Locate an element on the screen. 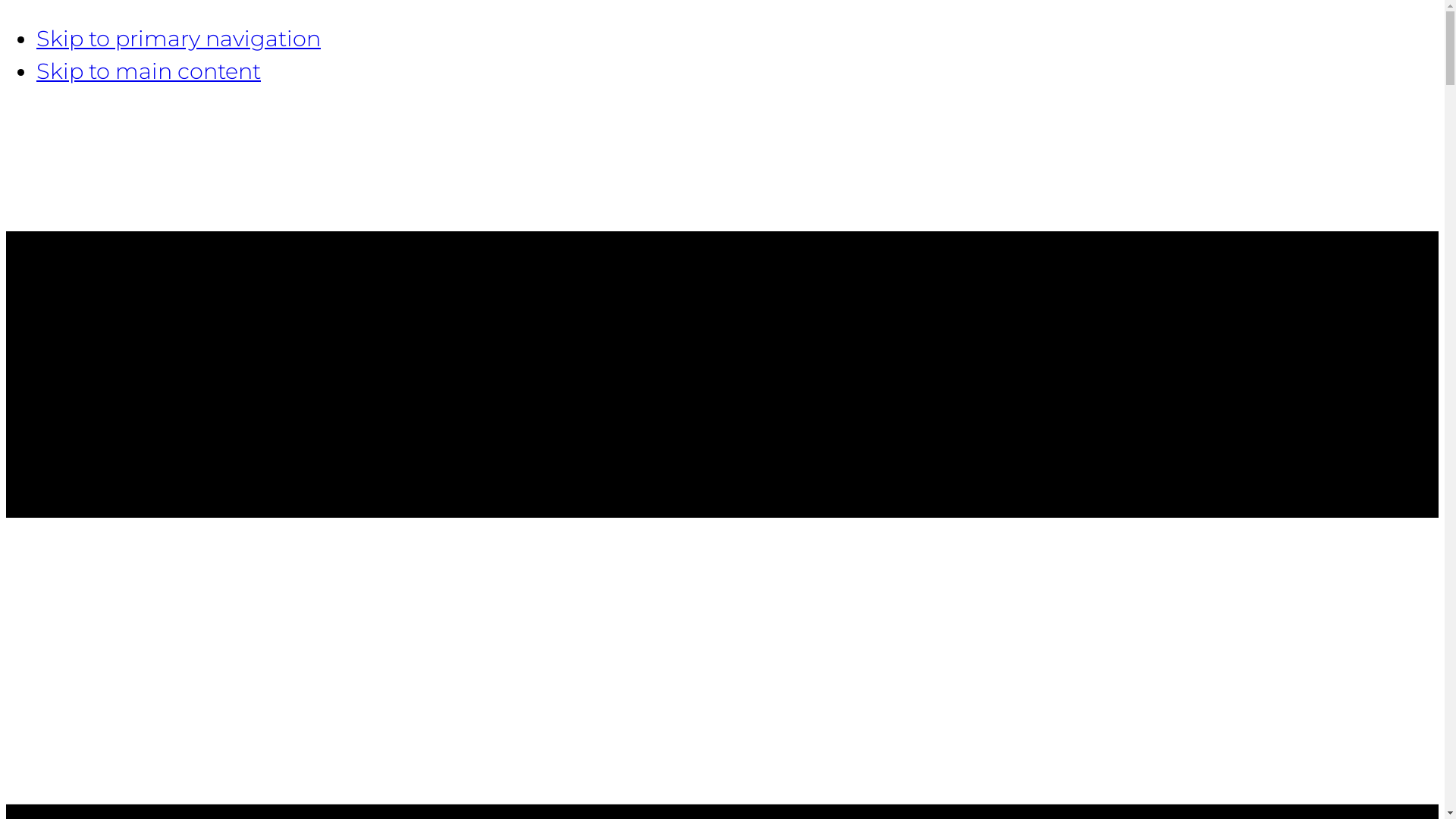  'Skip to primary navigation' is located at coordinates (178, 37).